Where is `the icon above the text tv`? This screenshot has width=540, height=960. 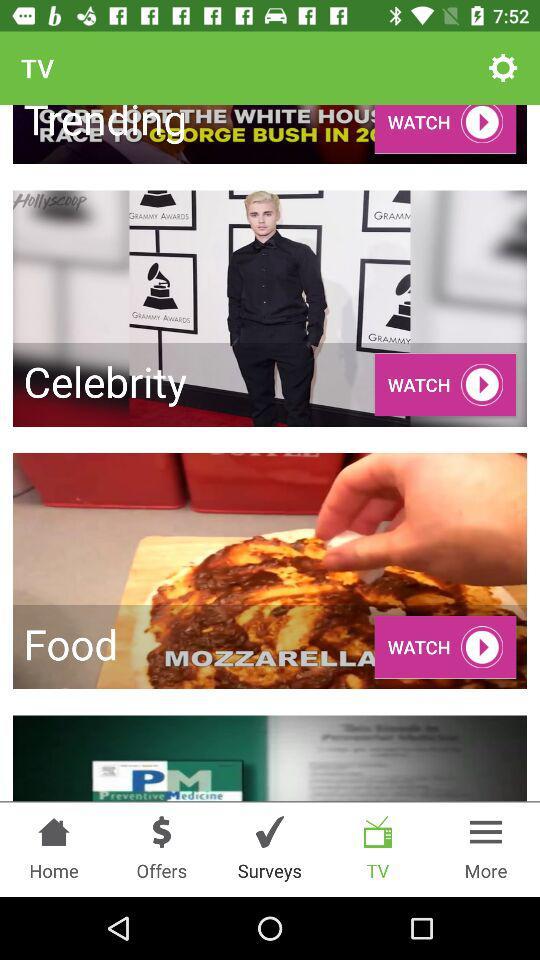
the icon above the text tv is located at coordinates (378, 832).